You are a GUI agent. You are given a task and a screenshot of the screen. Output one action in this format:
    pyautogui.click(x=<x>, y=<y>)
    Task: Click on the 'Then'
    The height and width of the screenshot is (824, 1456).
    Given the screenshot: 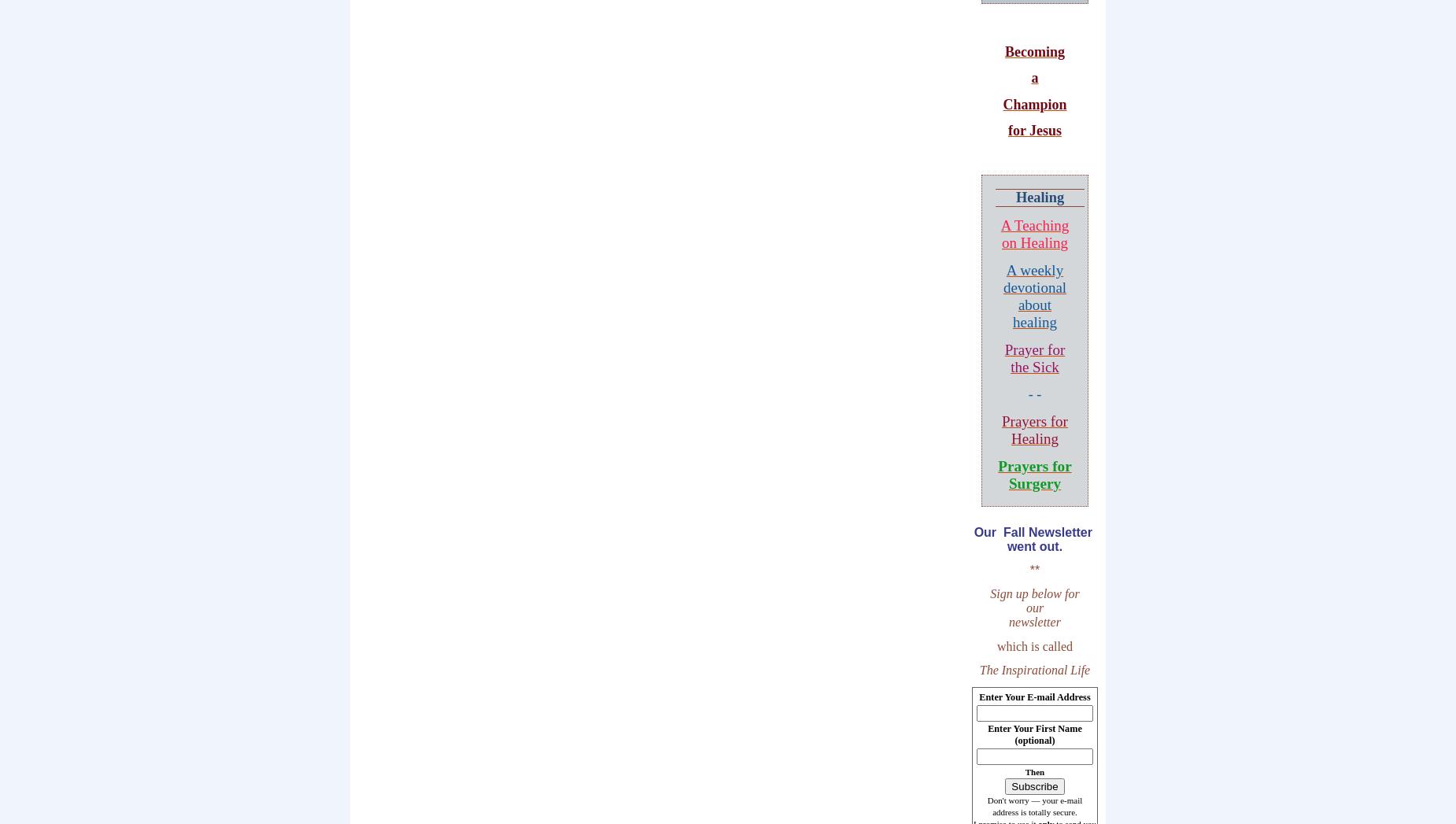 What is the action you would take?
    pyautogui.click(x=1033, y=771)
    